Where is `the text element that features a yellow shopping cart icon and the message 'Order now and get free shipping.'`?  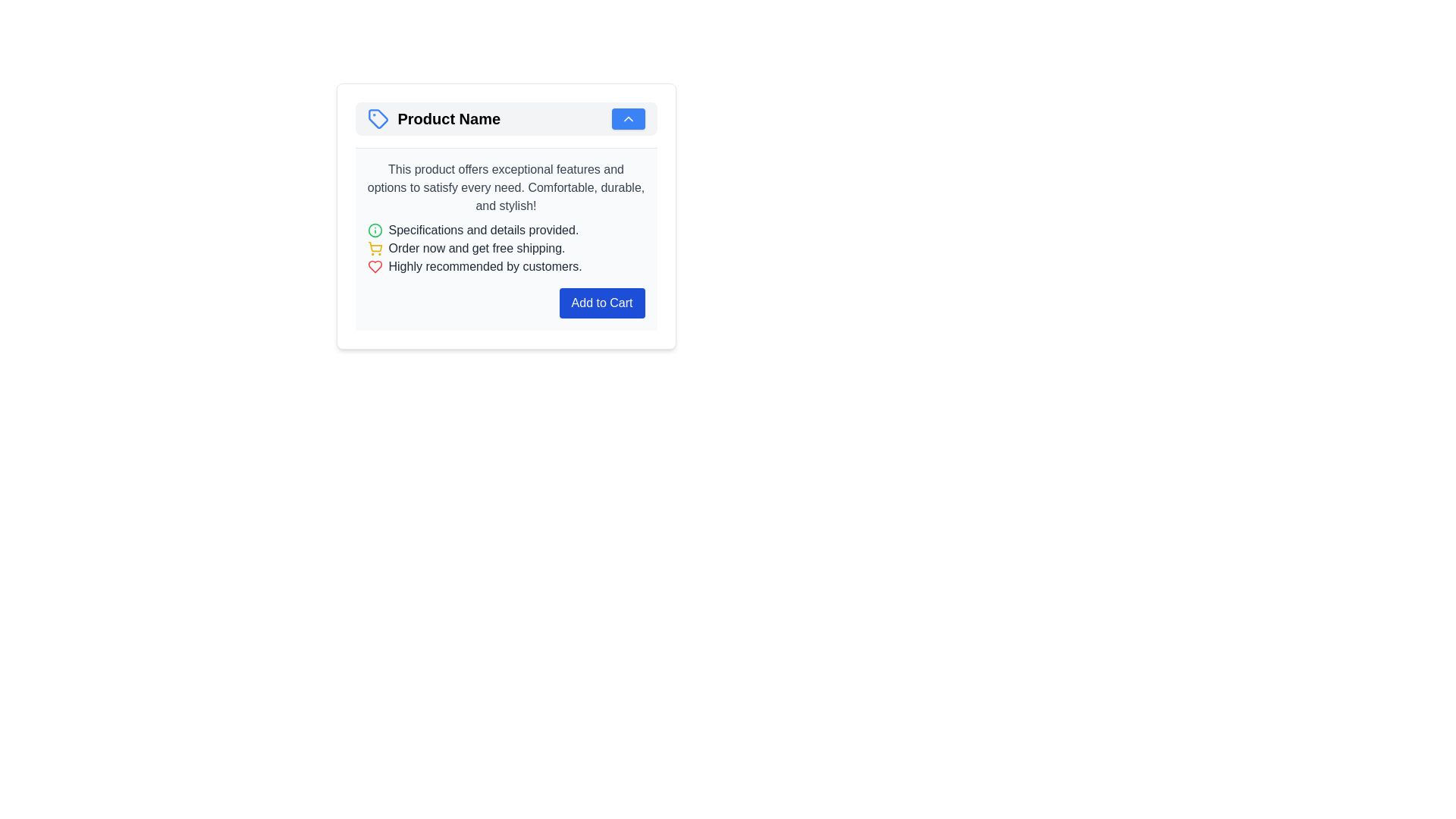 the text element that features a yellow shopping cart icon and the message 'Order now and get free shipping.' is located at coordinates (506, 247).